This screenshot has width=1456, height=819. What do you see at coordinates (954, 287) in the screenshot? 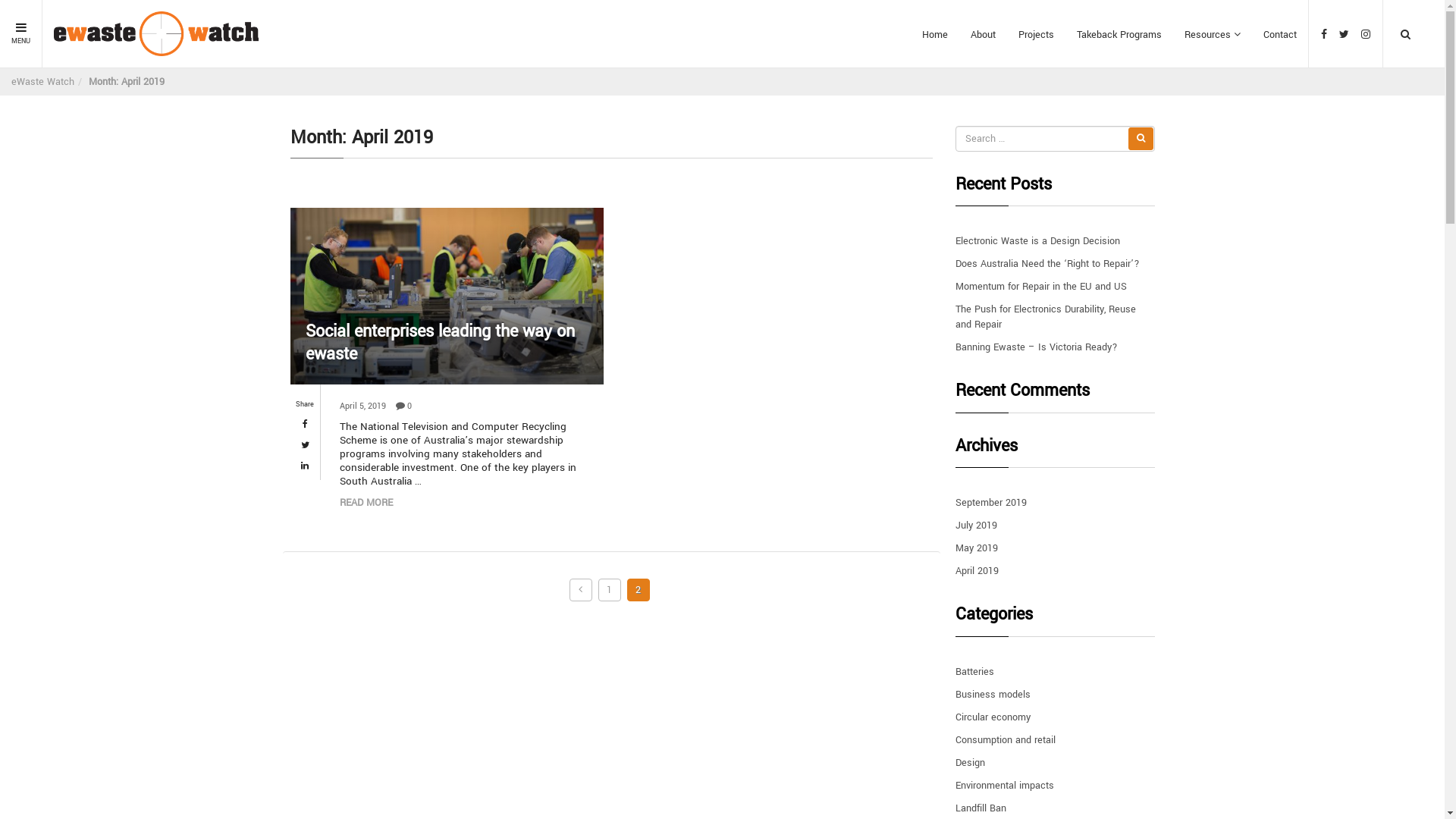
I see `'Momentum for Repair in the EU and US'` at bounding box center [954, 287].